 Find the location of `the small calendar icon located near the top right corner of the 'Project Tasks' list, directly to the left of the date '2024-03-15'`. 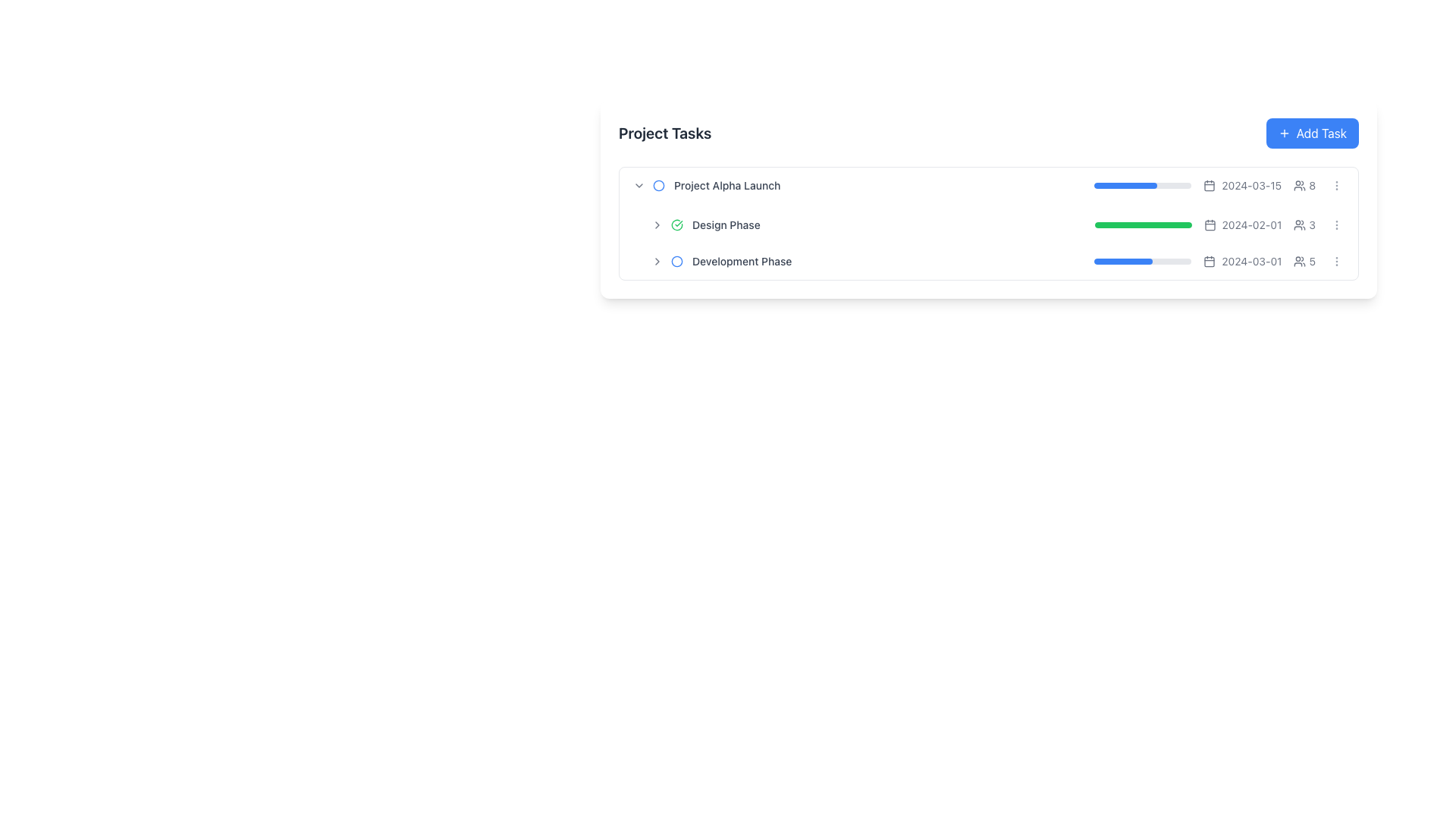

the small calendar icon located near the top right corner of the 'Project Tasks' list, directly to the left of the date '2024-03-15' is located at coordinates (1209, 185).